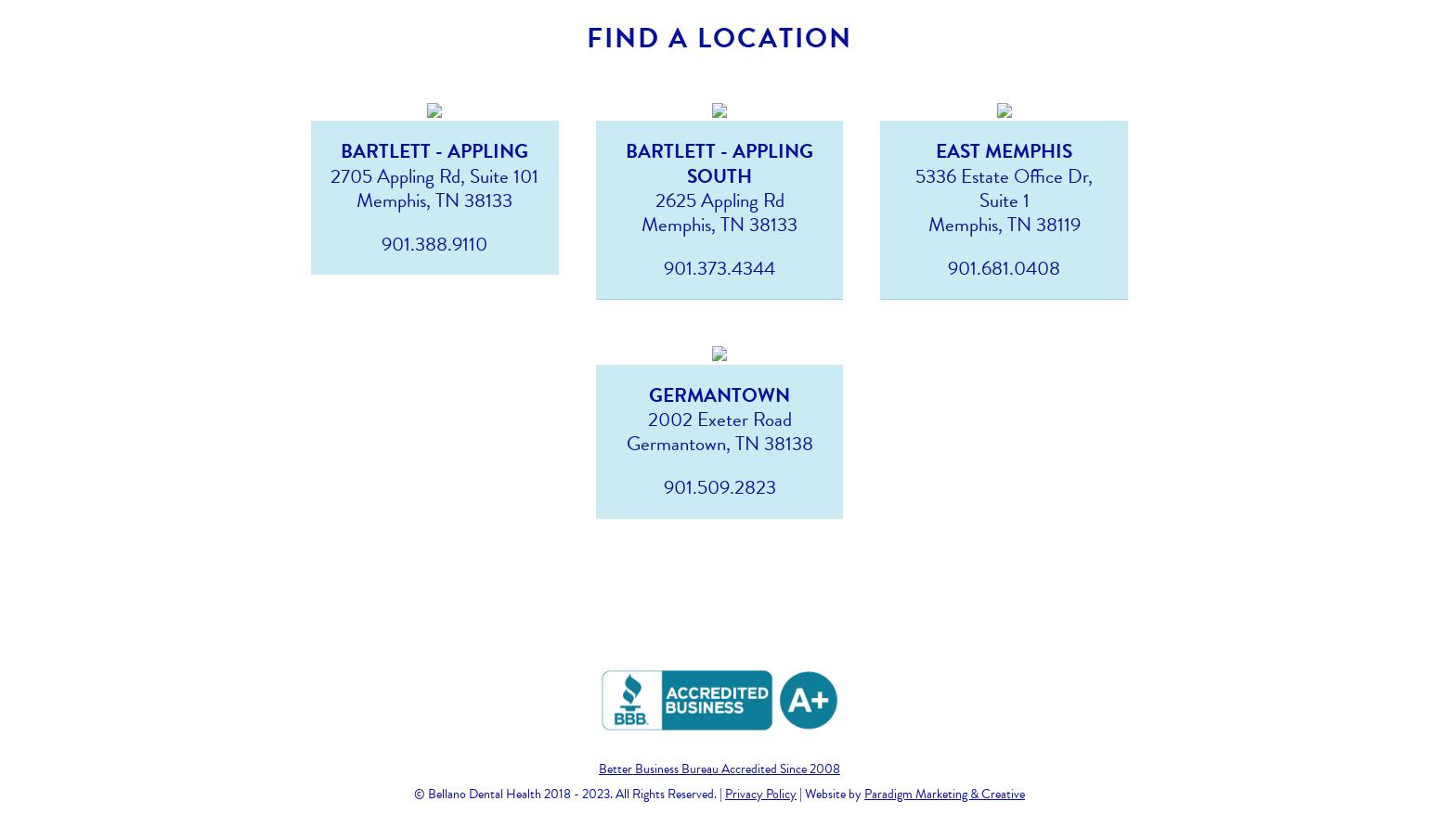 The height and width of the screenshot is (840, 1439). What do you see at coordinates (433, 243) in the screenshot?
I see `'901.388.9110'` at bounding box center [433, 243].